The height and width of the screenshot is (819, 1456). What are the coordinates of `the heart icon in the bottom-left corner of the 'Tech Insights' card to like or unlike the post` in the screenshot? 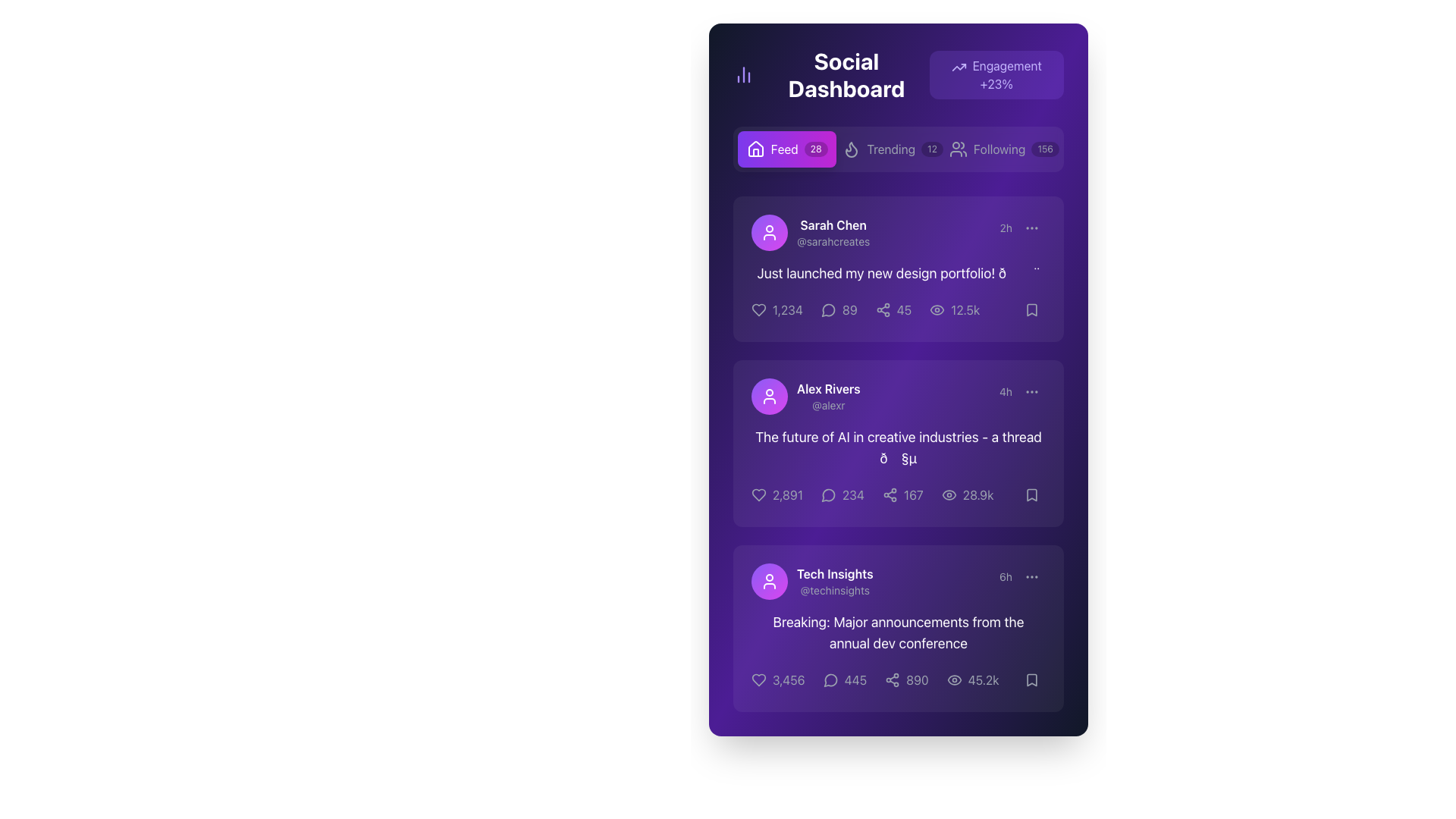 It's located at (778, 679).